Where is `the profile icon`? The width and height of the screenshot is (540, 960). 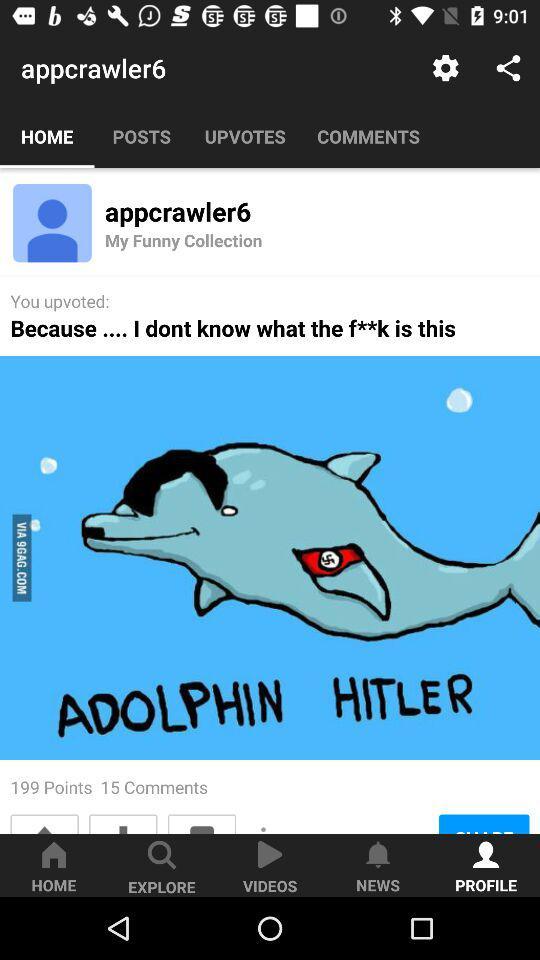
the profile icon is located at coordinates (52, 223).